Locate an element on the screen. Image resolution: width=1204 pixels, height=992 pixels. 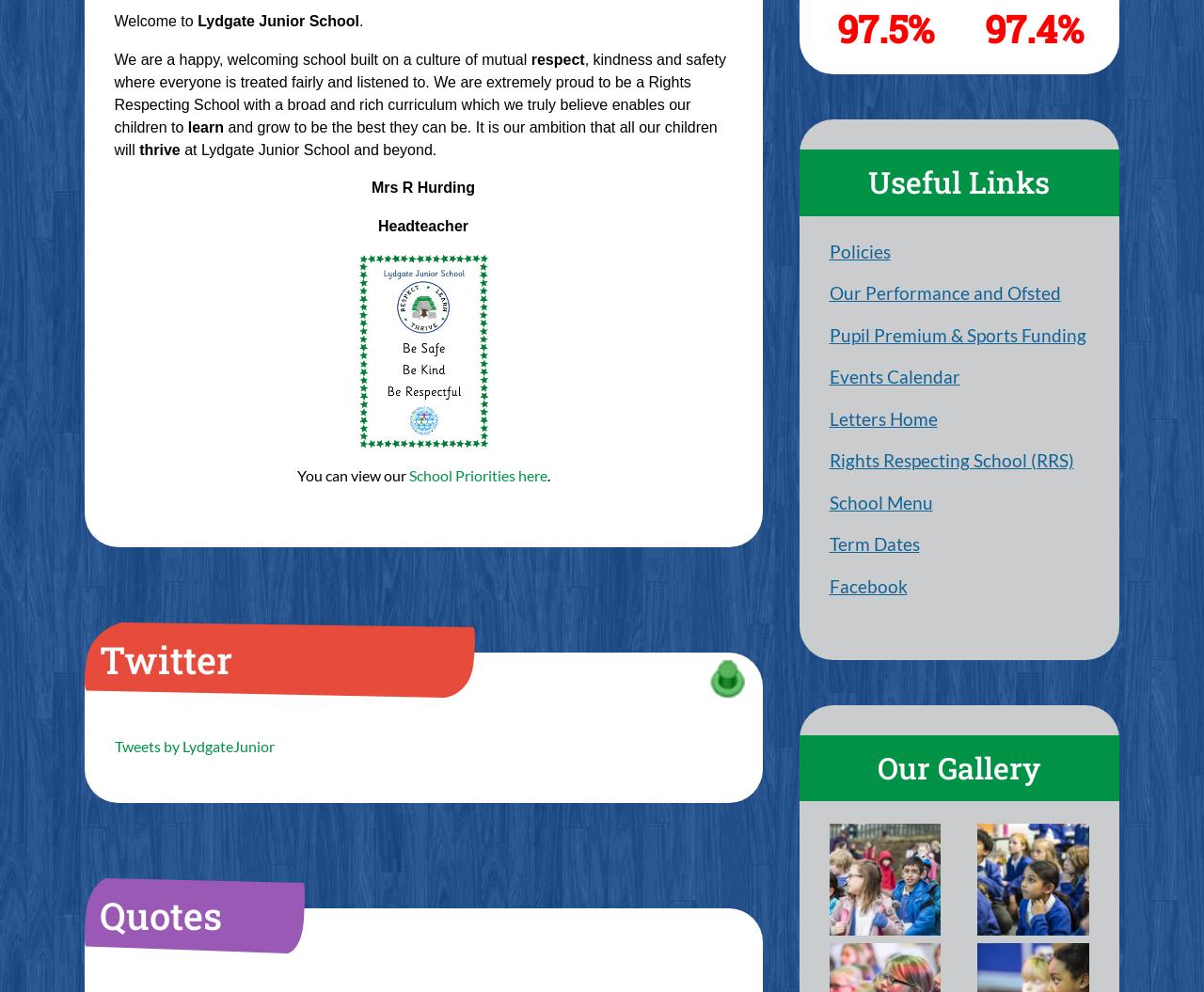
'Policies' is located at coordinates (858, 250).